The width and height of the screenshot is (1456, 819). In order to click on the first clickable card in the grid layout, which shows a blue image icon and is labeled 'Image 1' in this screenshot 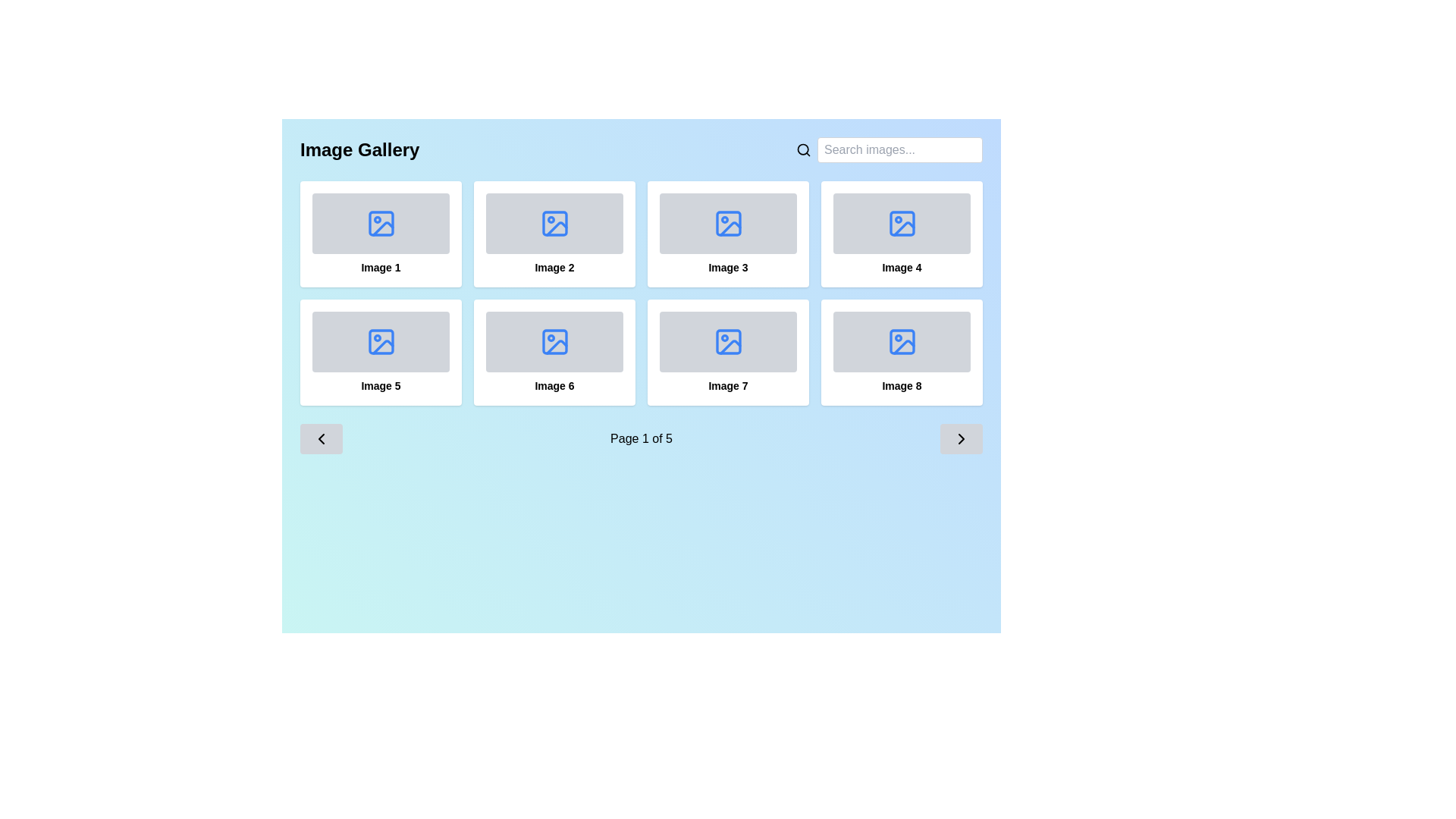, I will do `click(381, 234)`.